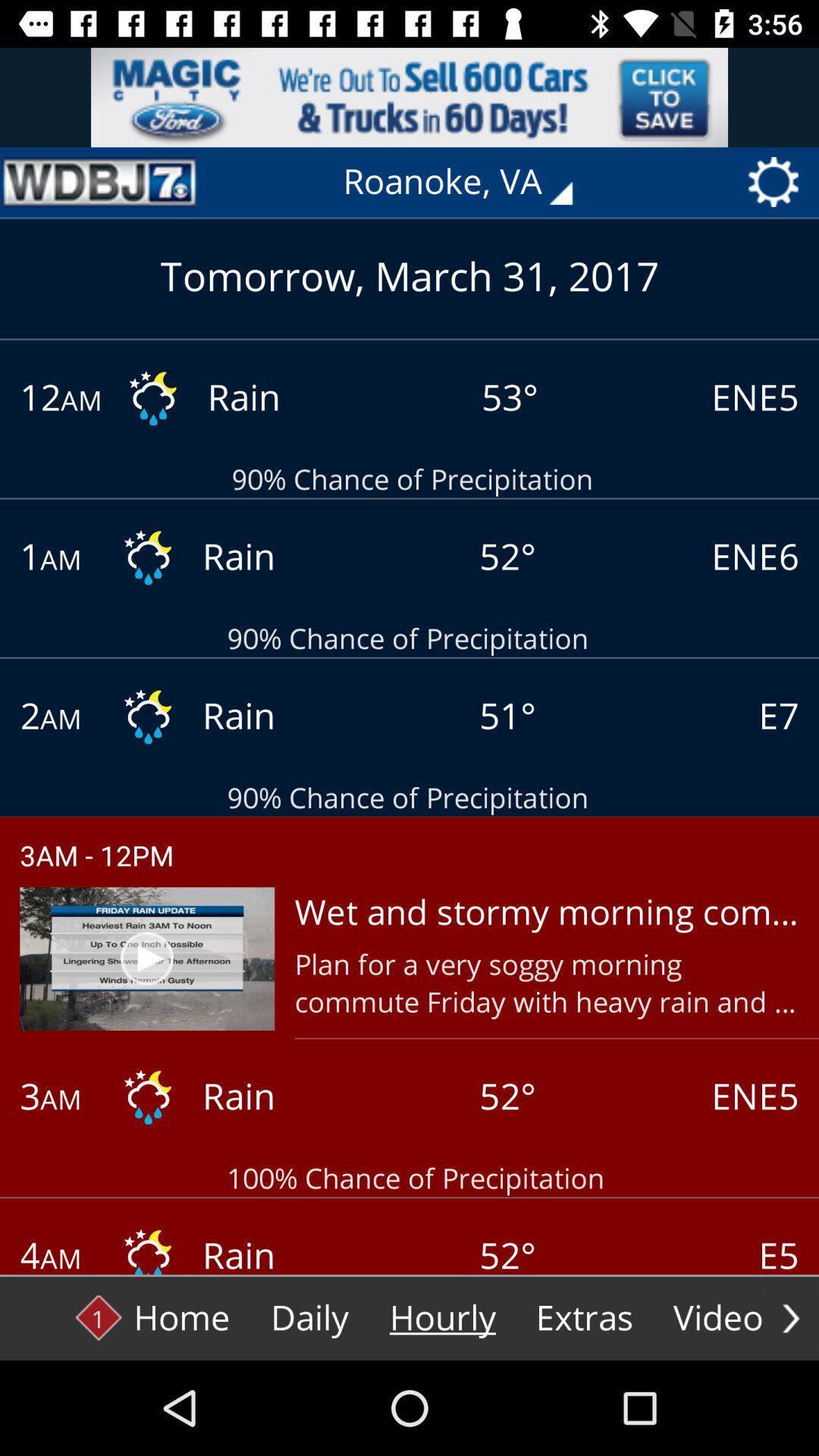 The height and width of the screenshot is (1456, 819). What do you see at coordinates (146, 957) in the screenshot?
I see `tap on the play symbol mentioned in video clip` at bounding box center [146, 957].